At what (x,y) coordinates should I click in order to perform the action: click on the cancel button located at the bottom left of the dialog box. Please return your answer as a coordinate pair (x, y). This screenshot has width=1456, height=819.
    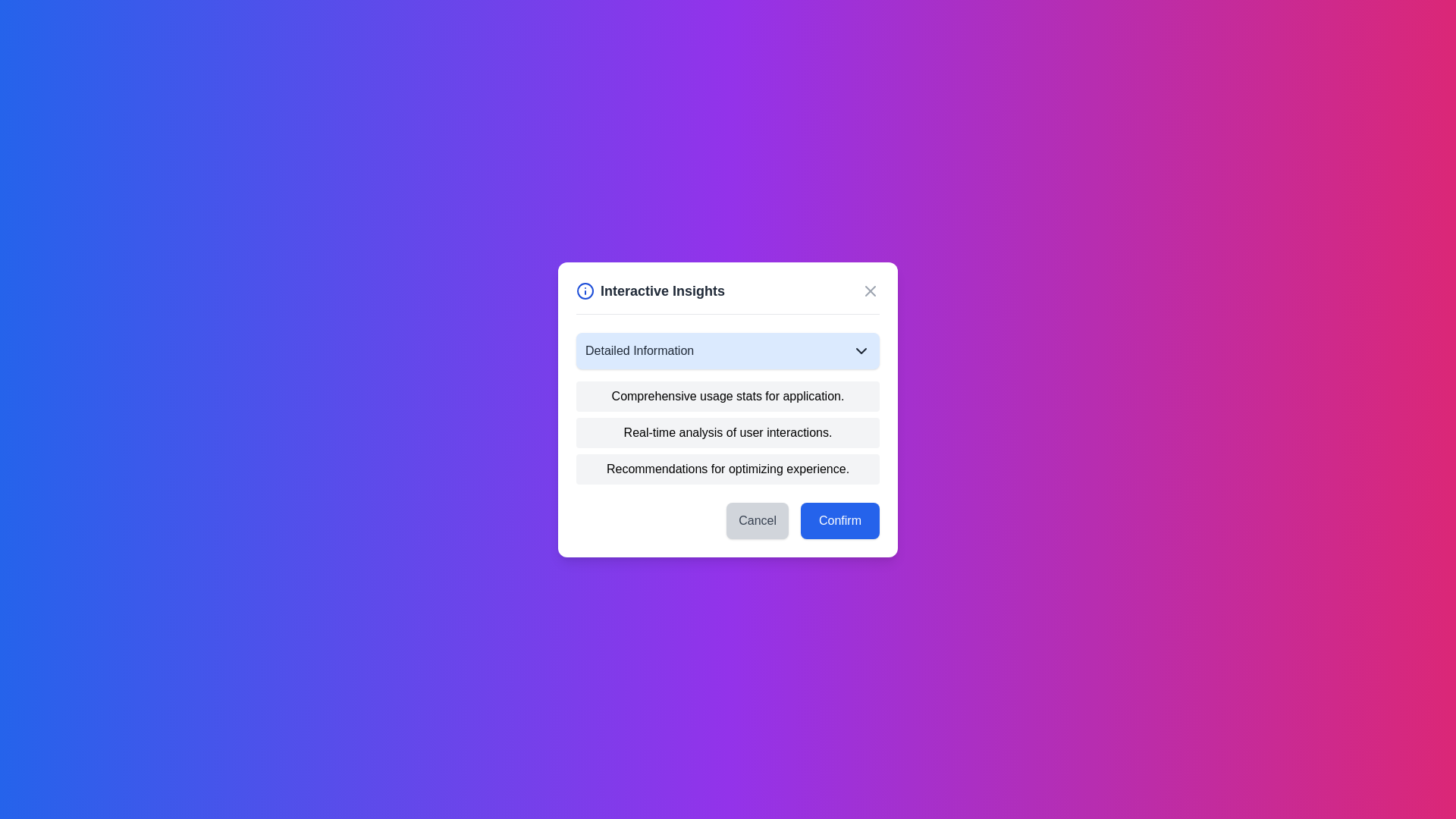
    Looking at the image, I should click on (758, 519).